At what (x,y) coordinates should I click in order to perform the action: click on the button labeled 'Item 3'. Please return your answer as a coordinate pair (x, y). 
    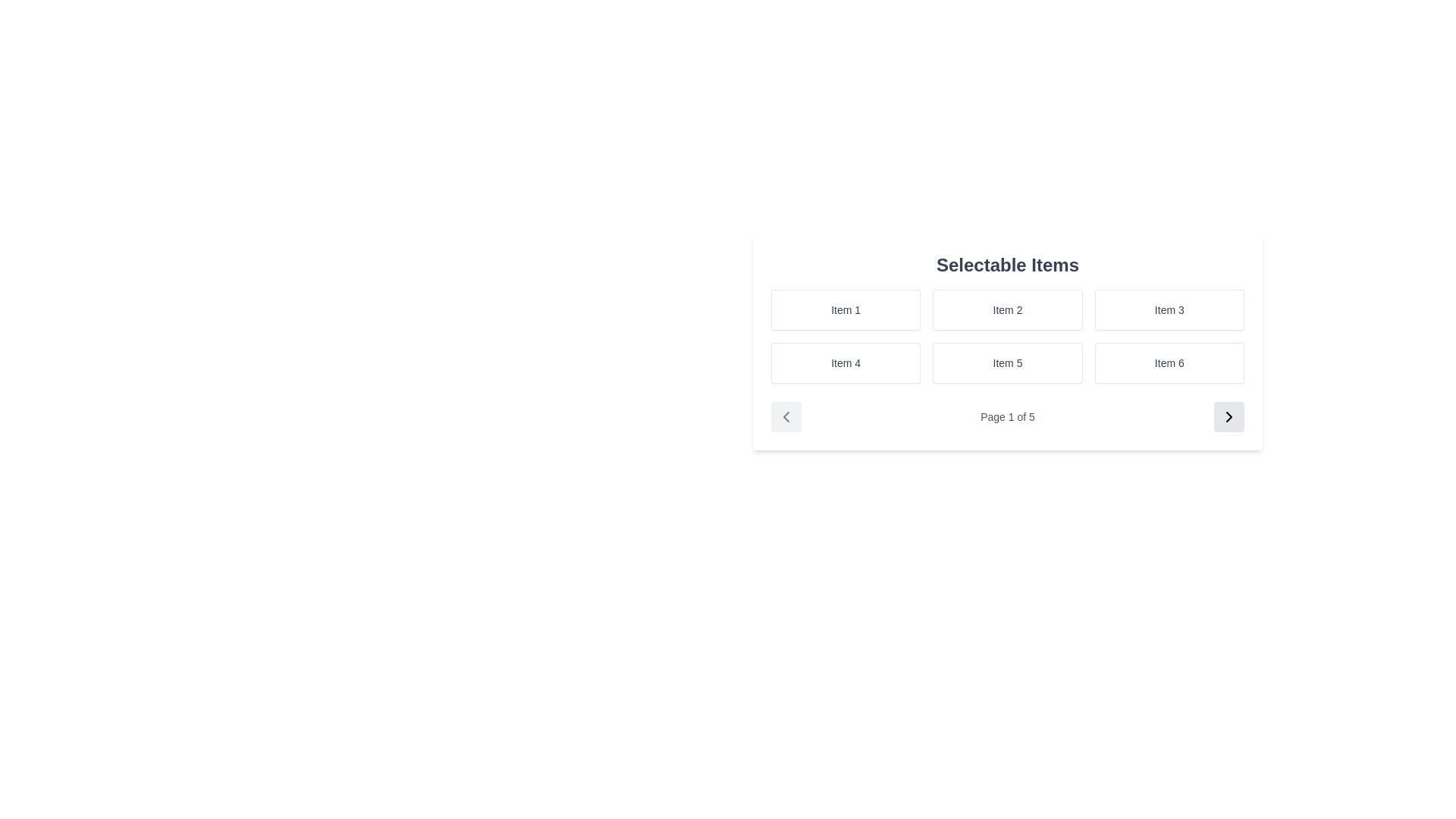
    Looking at the image, I should click on (1169, 309).